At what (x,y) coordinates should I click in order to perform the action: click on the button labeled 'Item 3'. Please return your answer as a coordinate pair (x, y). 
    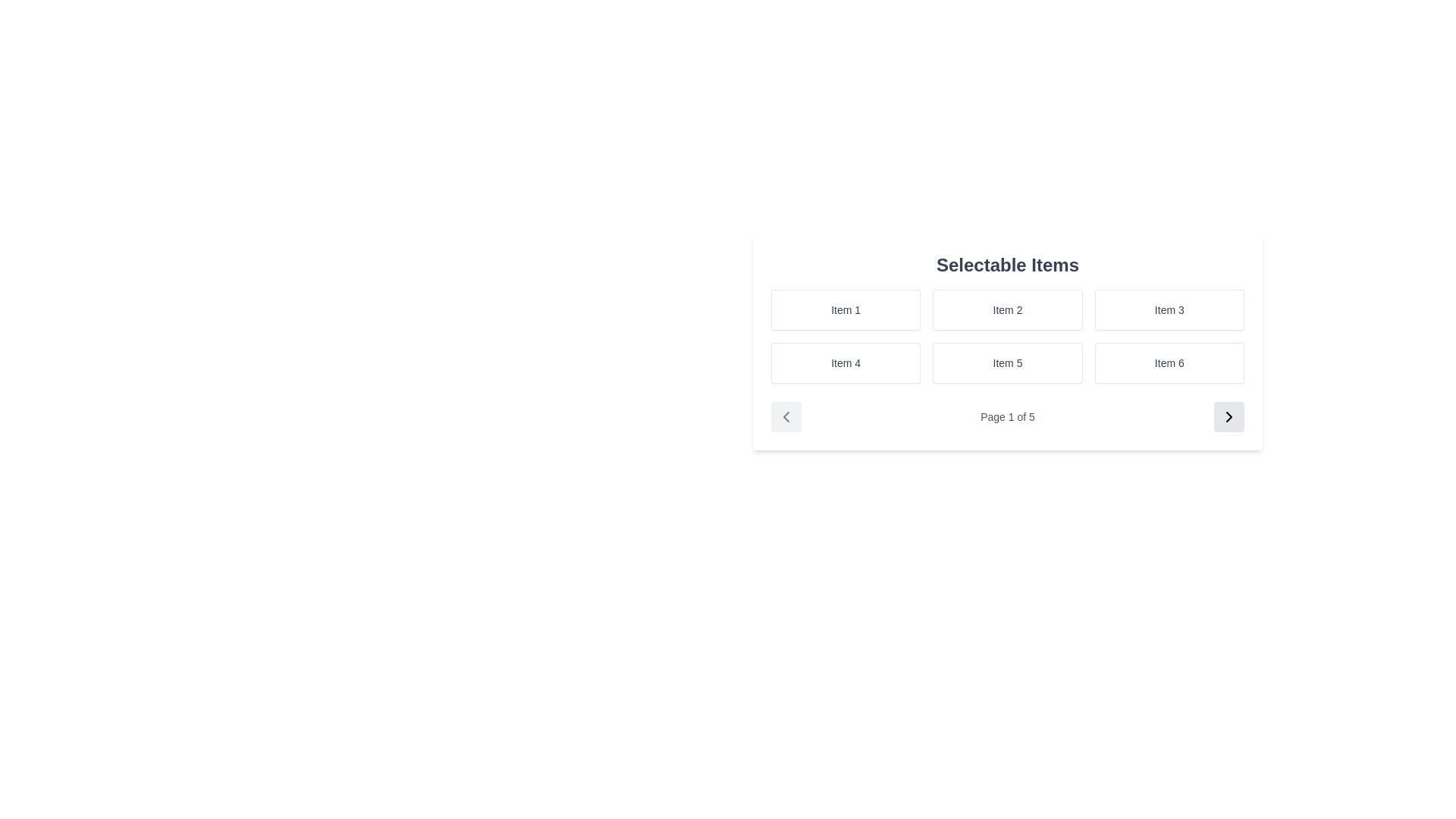
    Looking at the image, I should click on (1169, 309).